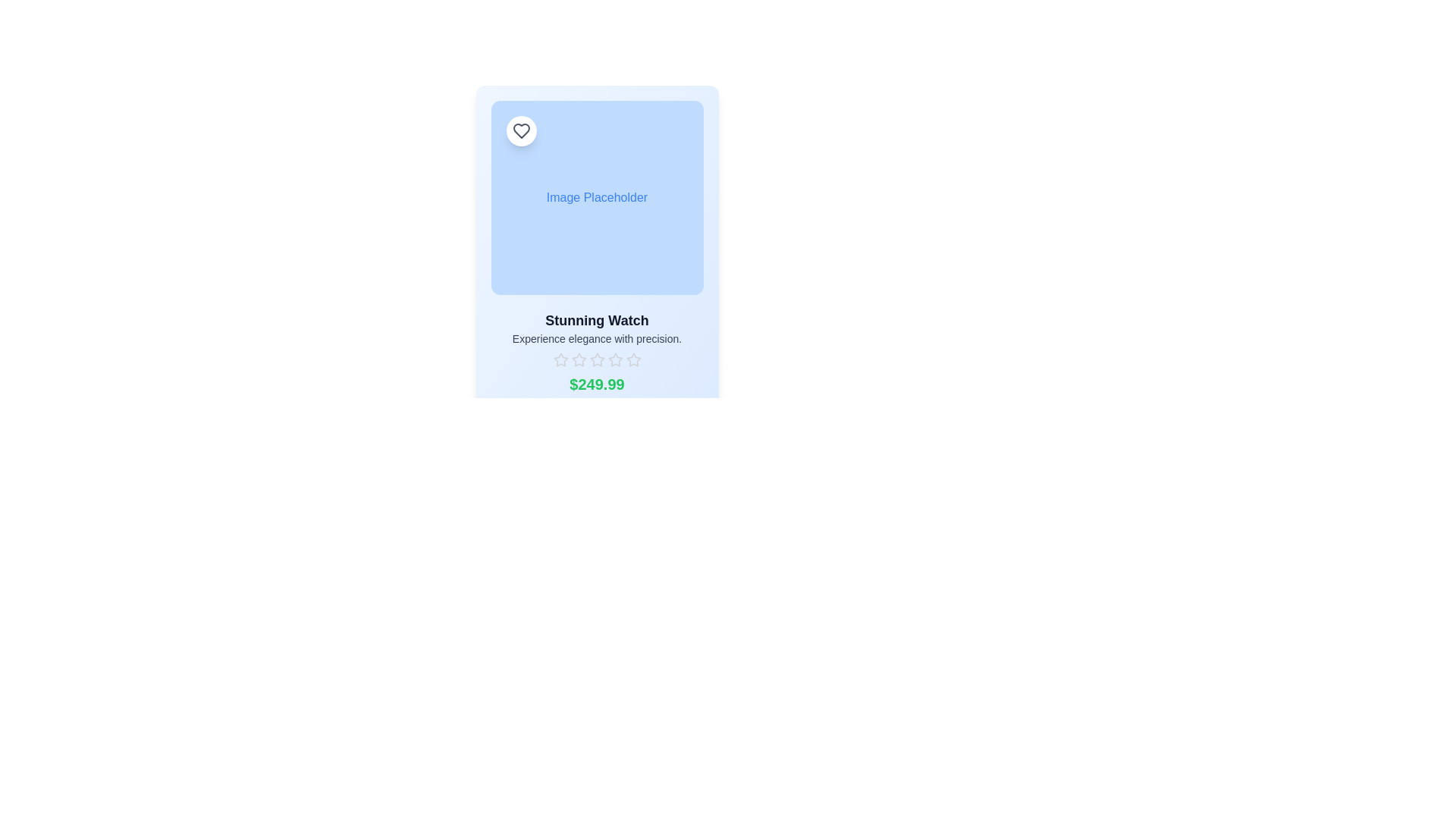 Image resolution: width=1456 pixels, height=819 pixels. I want to click on the heart icon located at the top-left corner of the card, so click(521, 130).